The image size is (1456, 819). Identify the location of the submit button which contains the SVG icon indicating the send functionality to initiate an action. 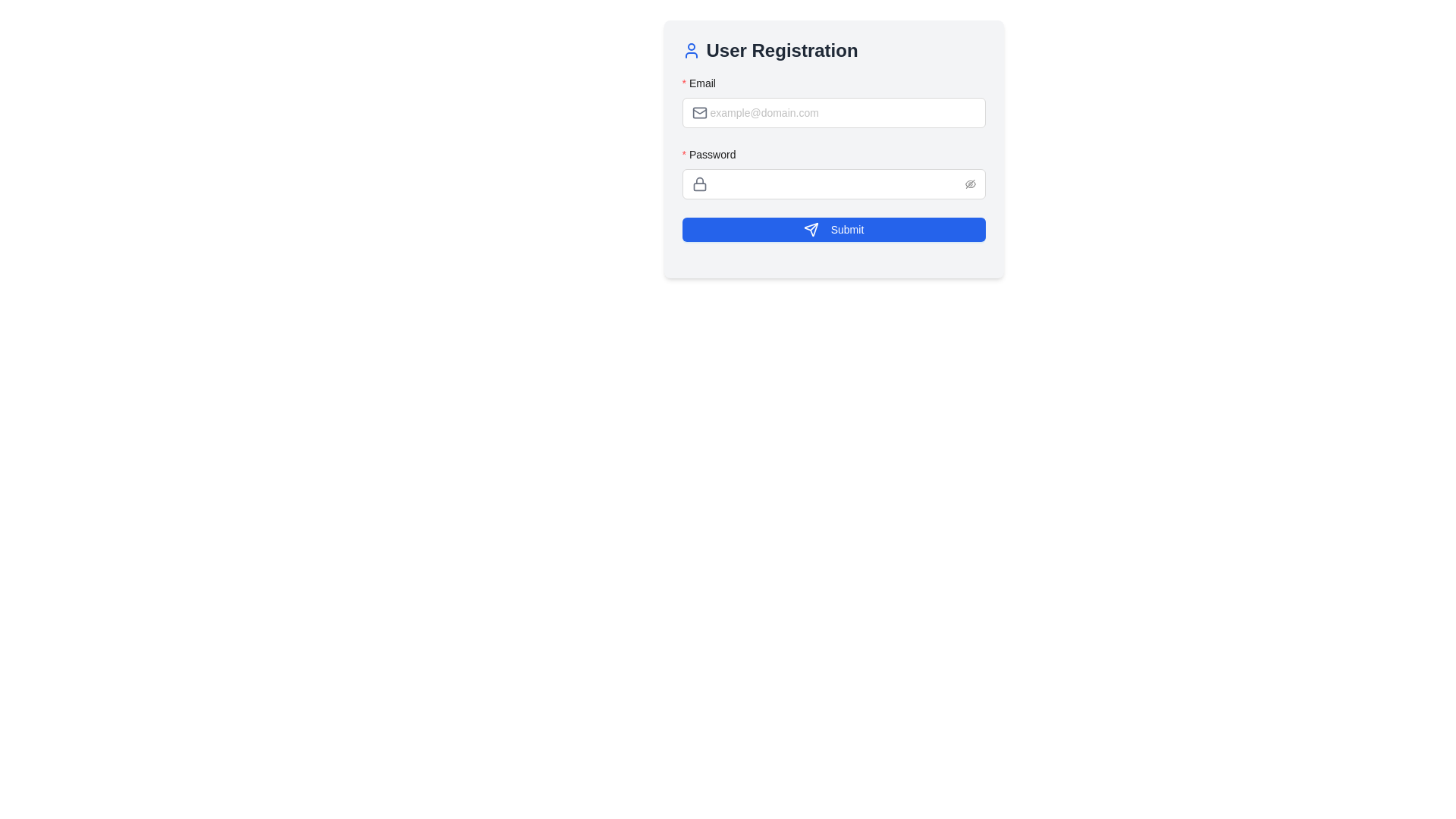
(810, 230).